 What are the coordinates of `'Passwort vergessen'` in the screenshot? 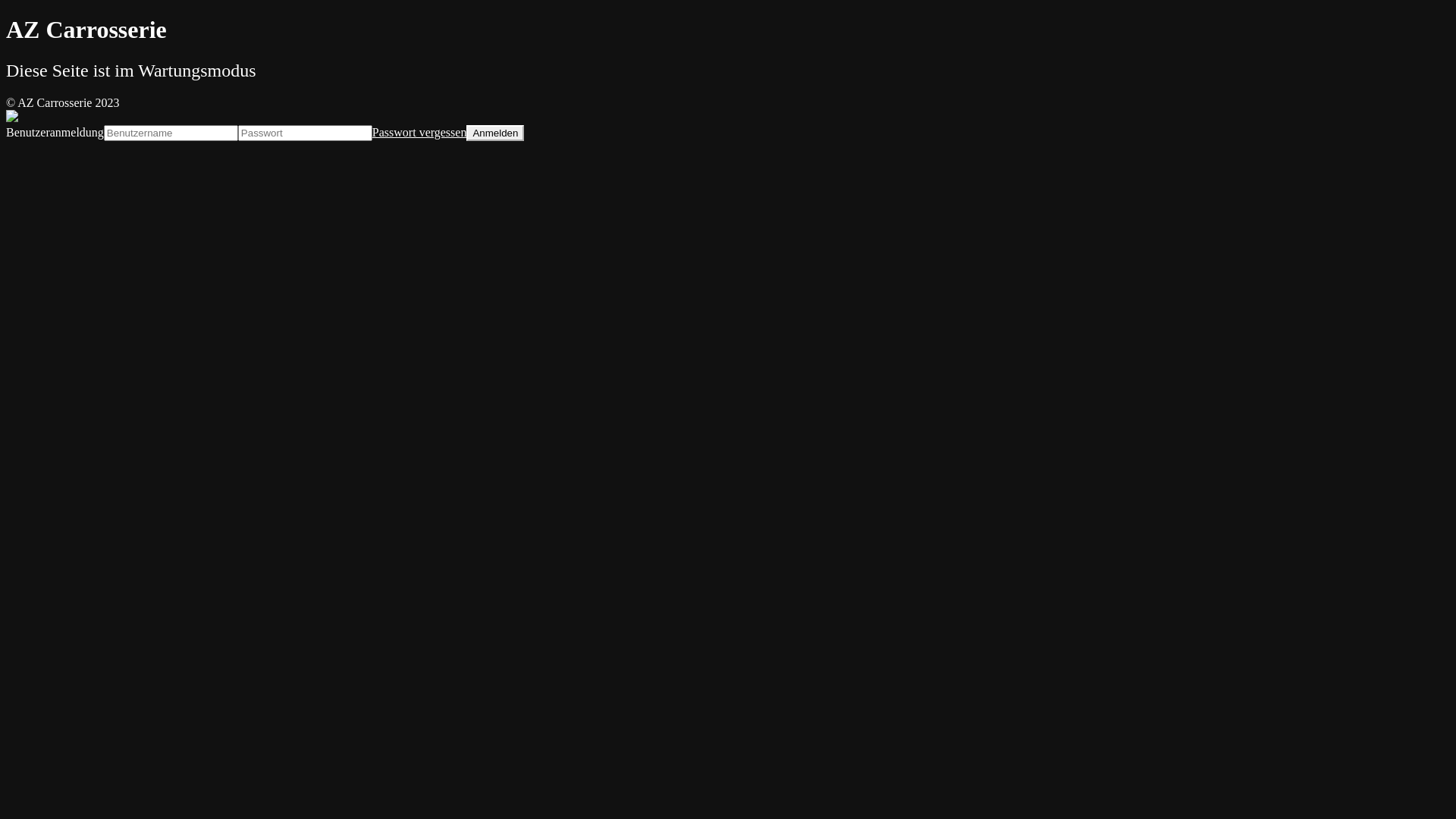 It's located at (419, 131).